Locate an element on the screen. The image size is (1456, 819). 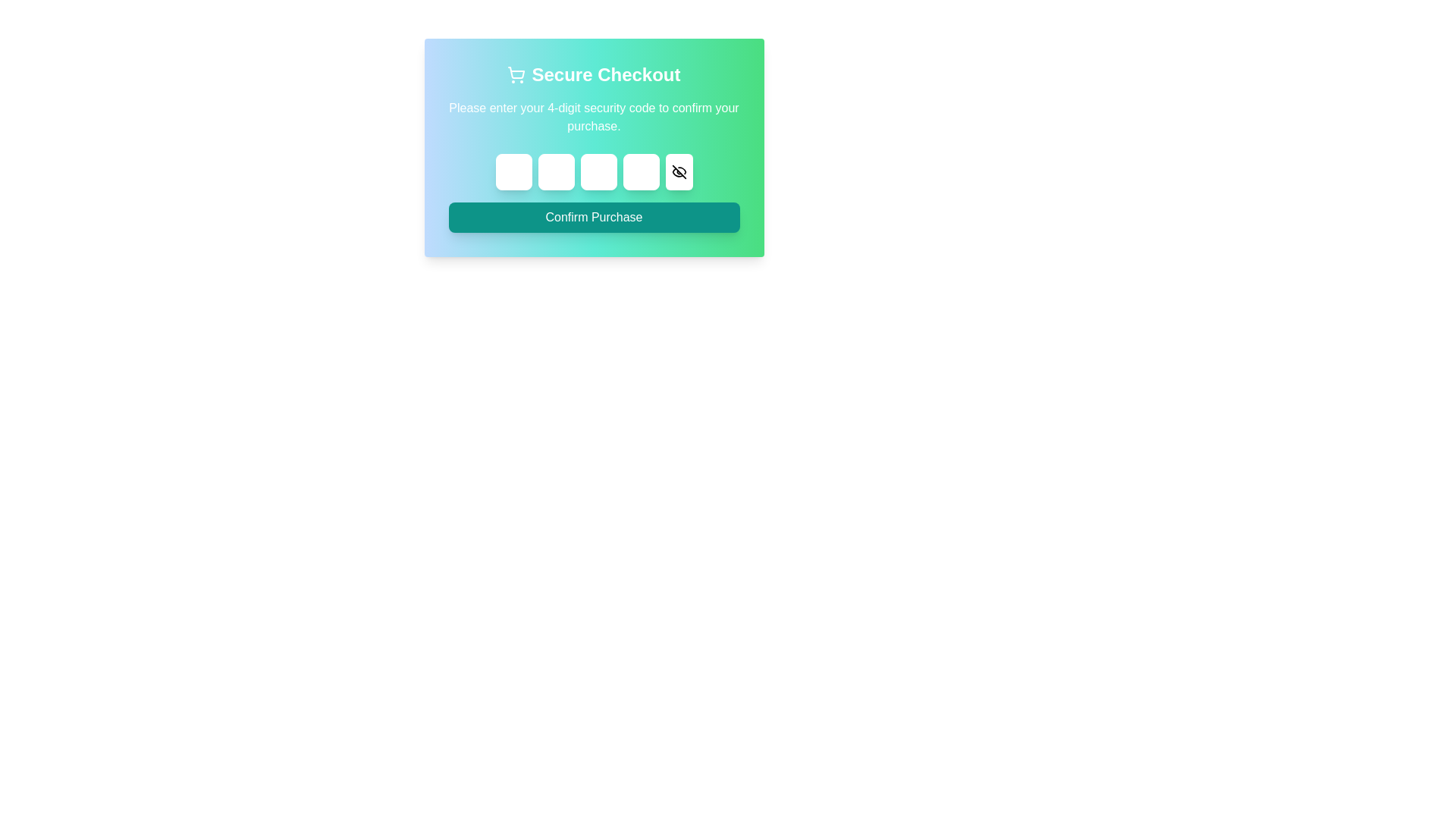
the eye-off icon in the security code entry section of the checkout form, which is styled in black and located at the center-right edge adjacent to the last code box is located at coordinates (676, 171).